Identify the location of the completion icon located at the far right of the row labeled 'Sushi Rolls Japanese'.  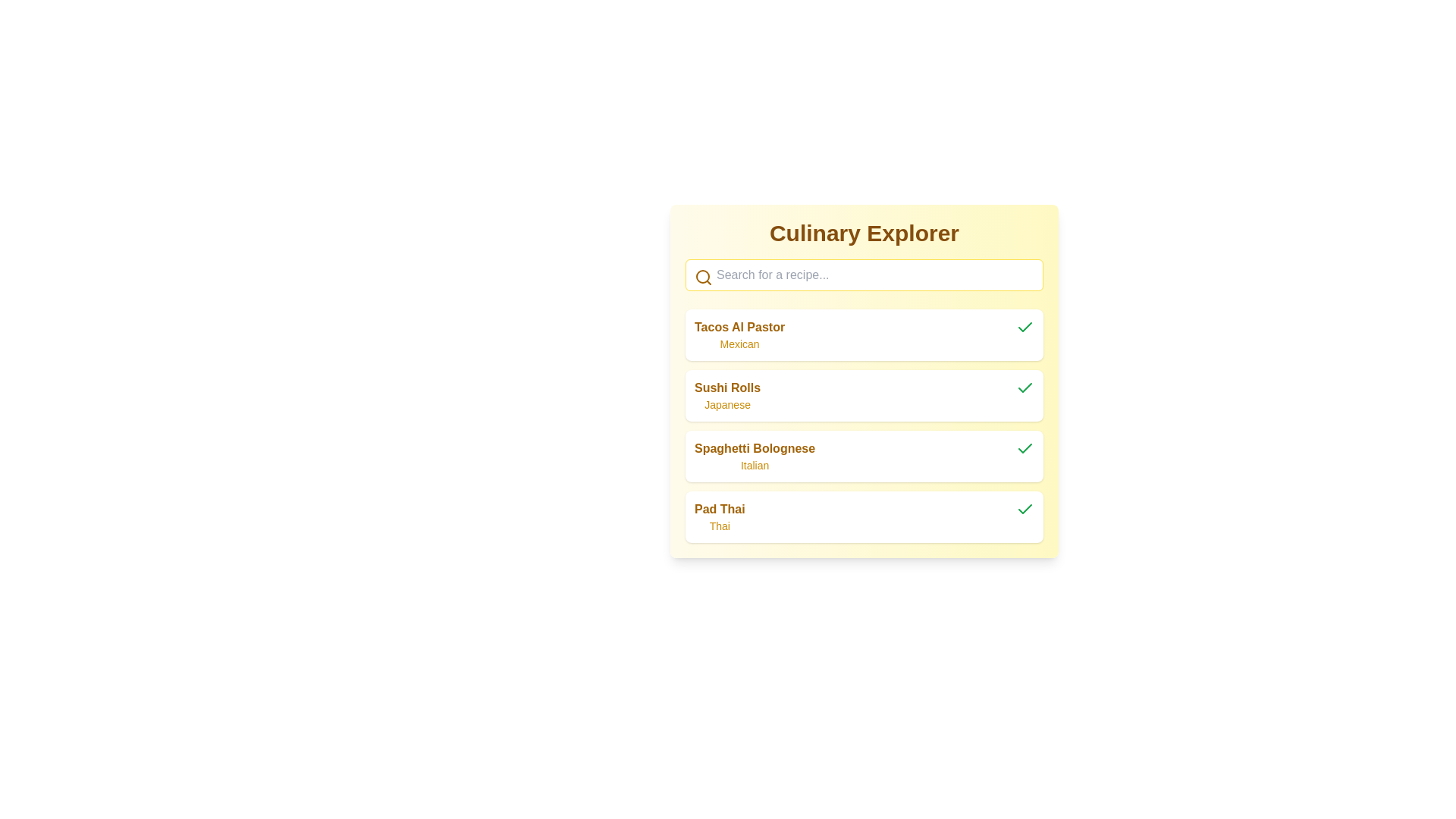
(1025, 388).